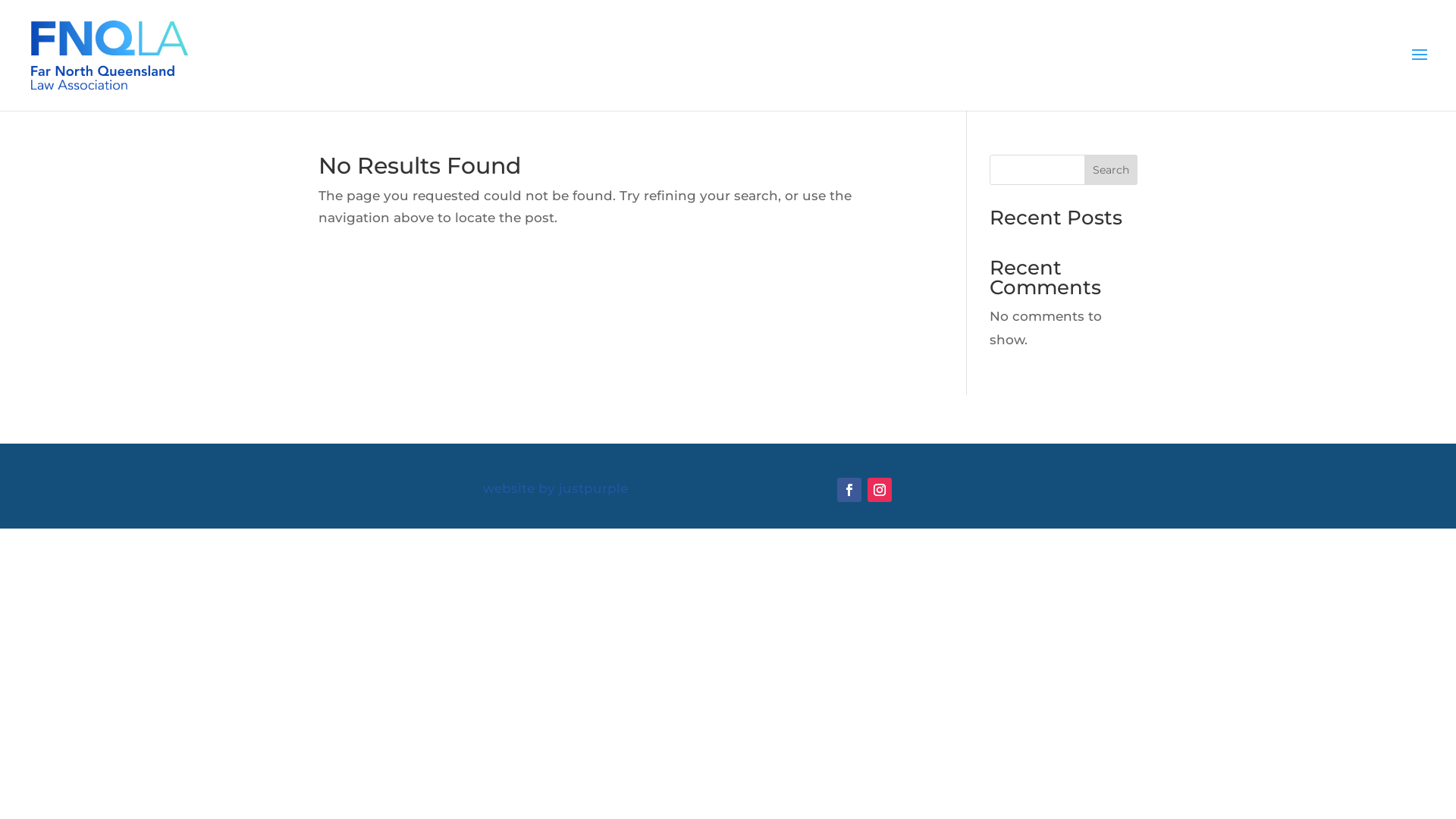 The height and width of the screenshot is (819, 1456). I want to click on 'Search', so click(1110, 169).